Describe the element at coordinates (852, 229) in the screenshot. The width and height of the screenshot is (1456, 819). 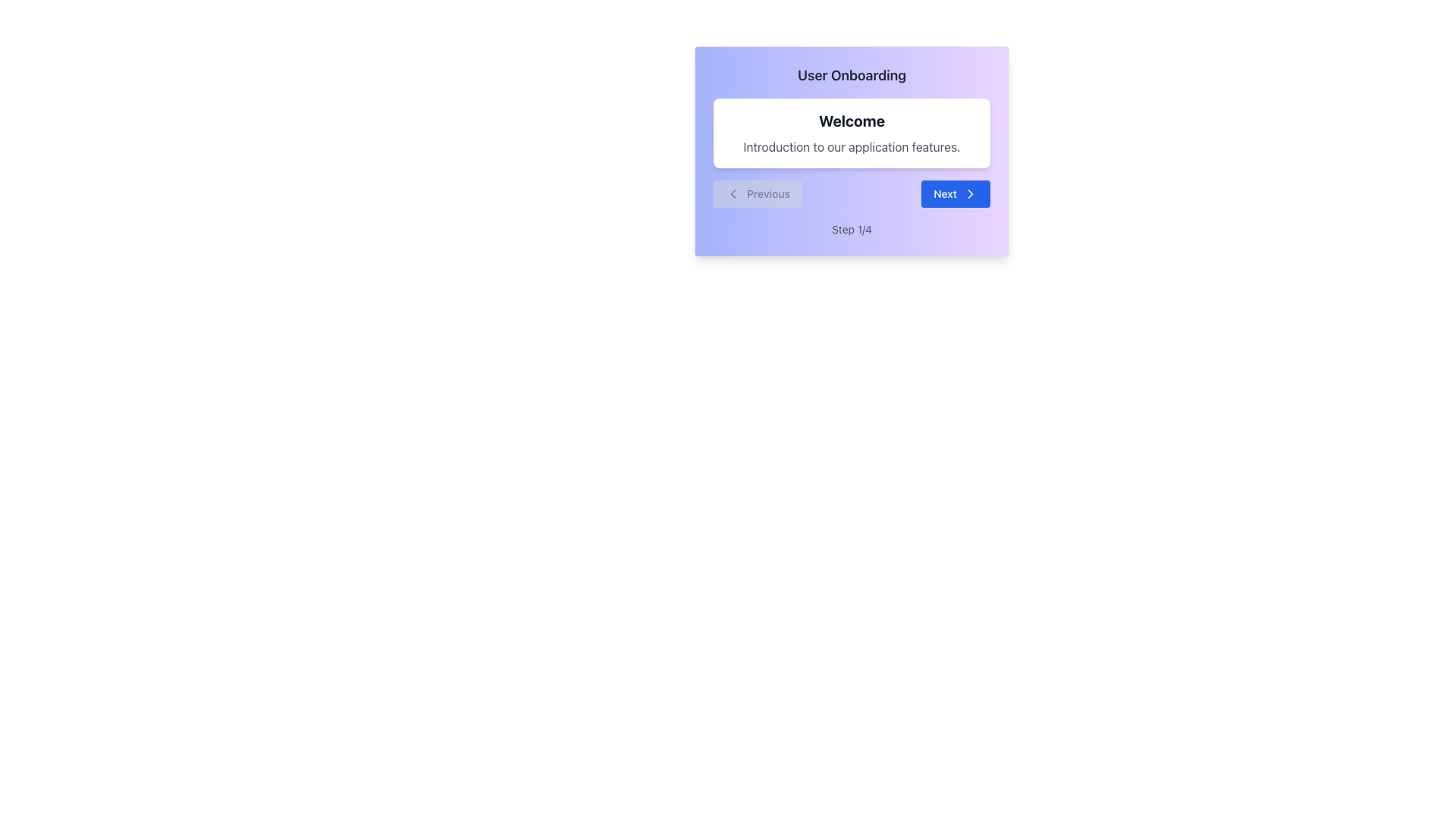
I see `the step indicator text displaying 'Step 1 of 4' located centrally under the 'Previous' and 'Next' buttons in the modal dialog box` at that location.